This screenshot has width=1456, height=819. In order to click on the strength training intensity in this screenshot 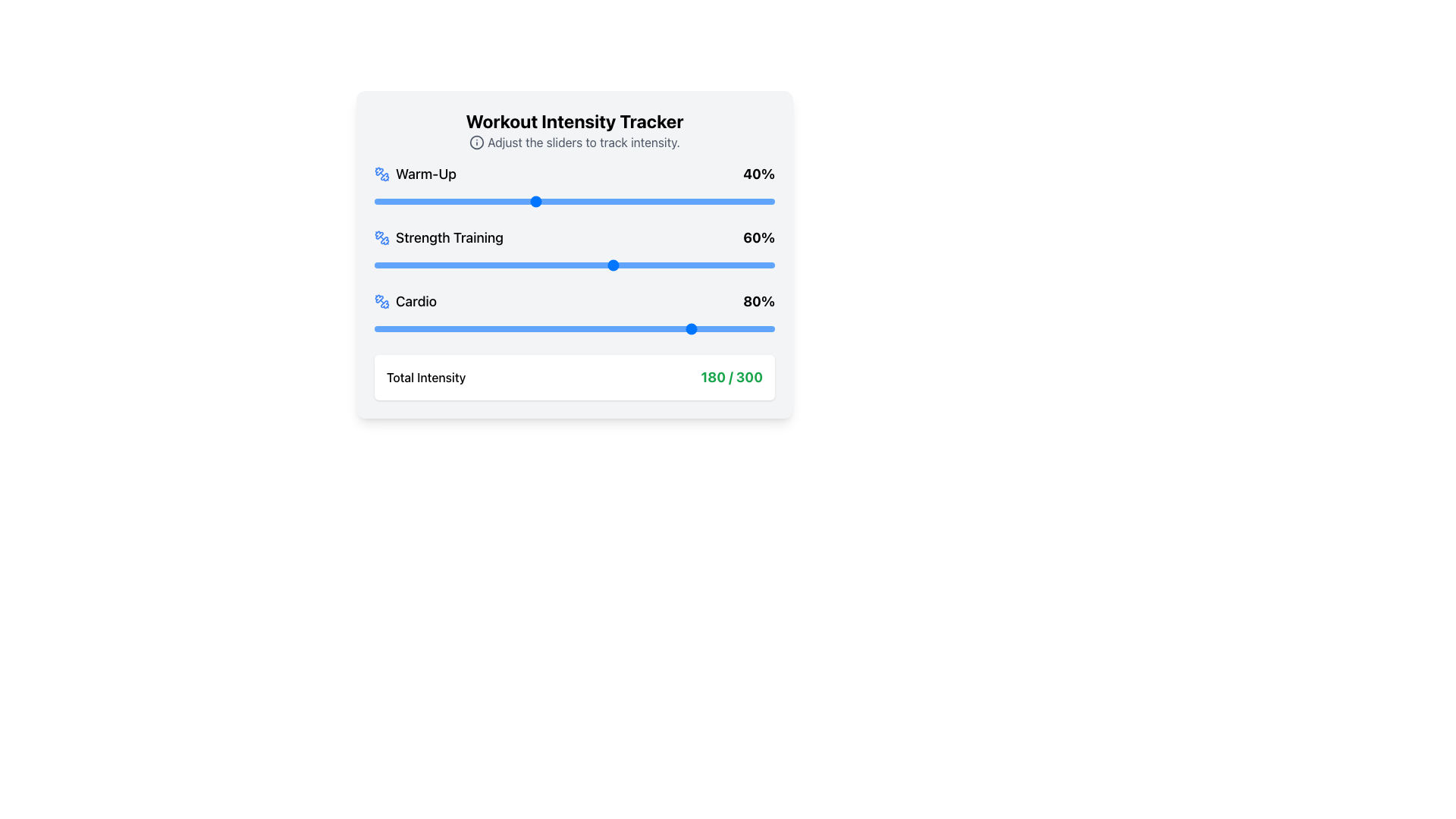, I will do `click(598, 265)`.